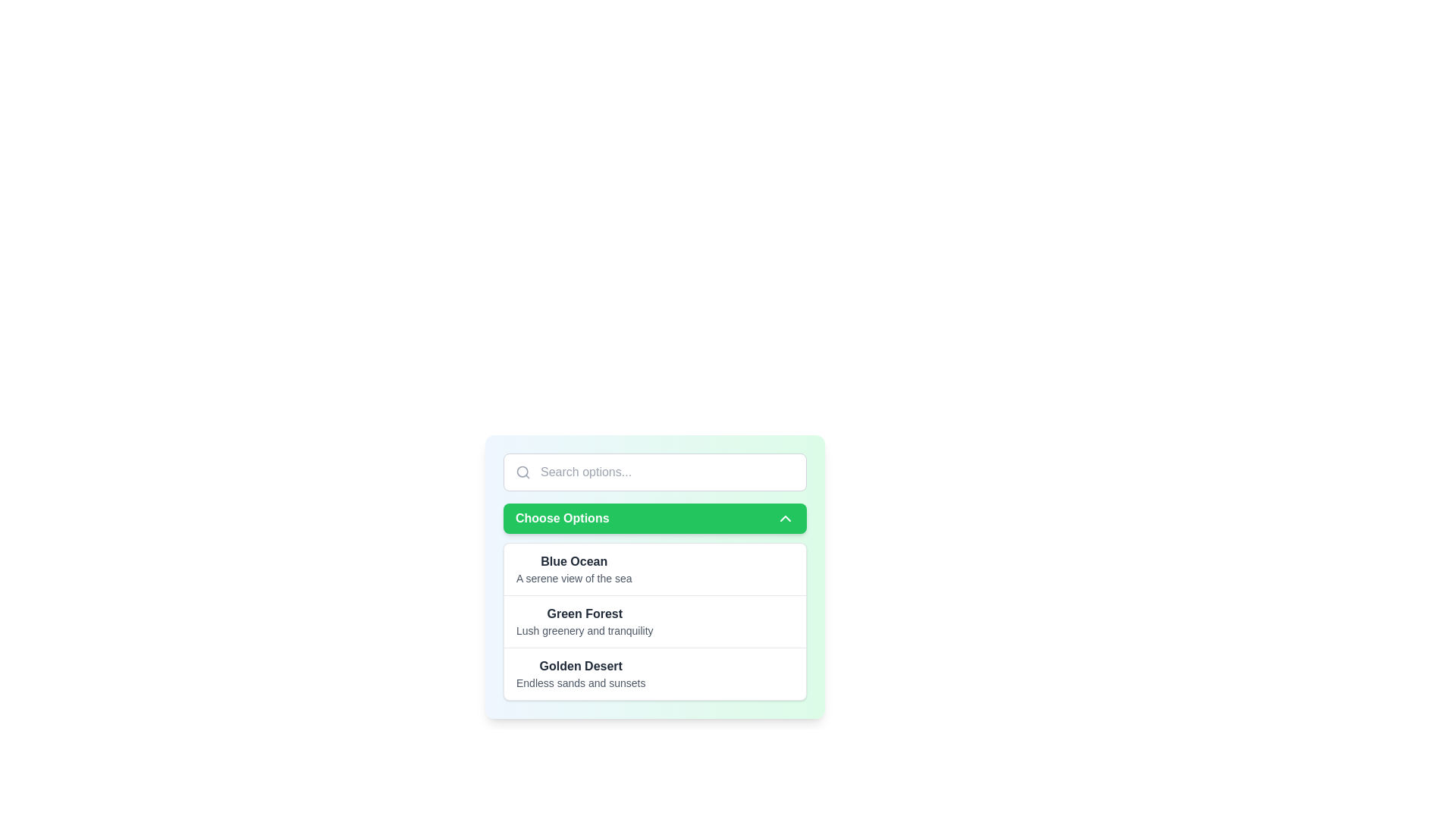 The height and width of the screenshot is (819, 1456). What do you see at coordinates (584, 631) in the screenshot?
I see `the text label displaying 'Lush greenery and tranquility', which is located below the title 'Green Forest' in the dropdown menu` at bounding box center [584, 631].